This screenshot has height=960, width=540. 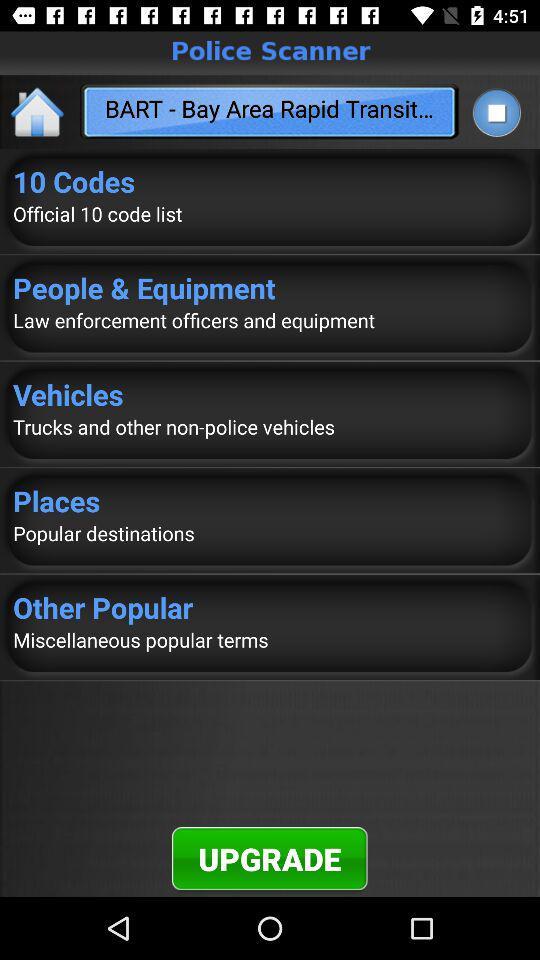 I want to click on 10 codes app, so click(x=270, y=181).